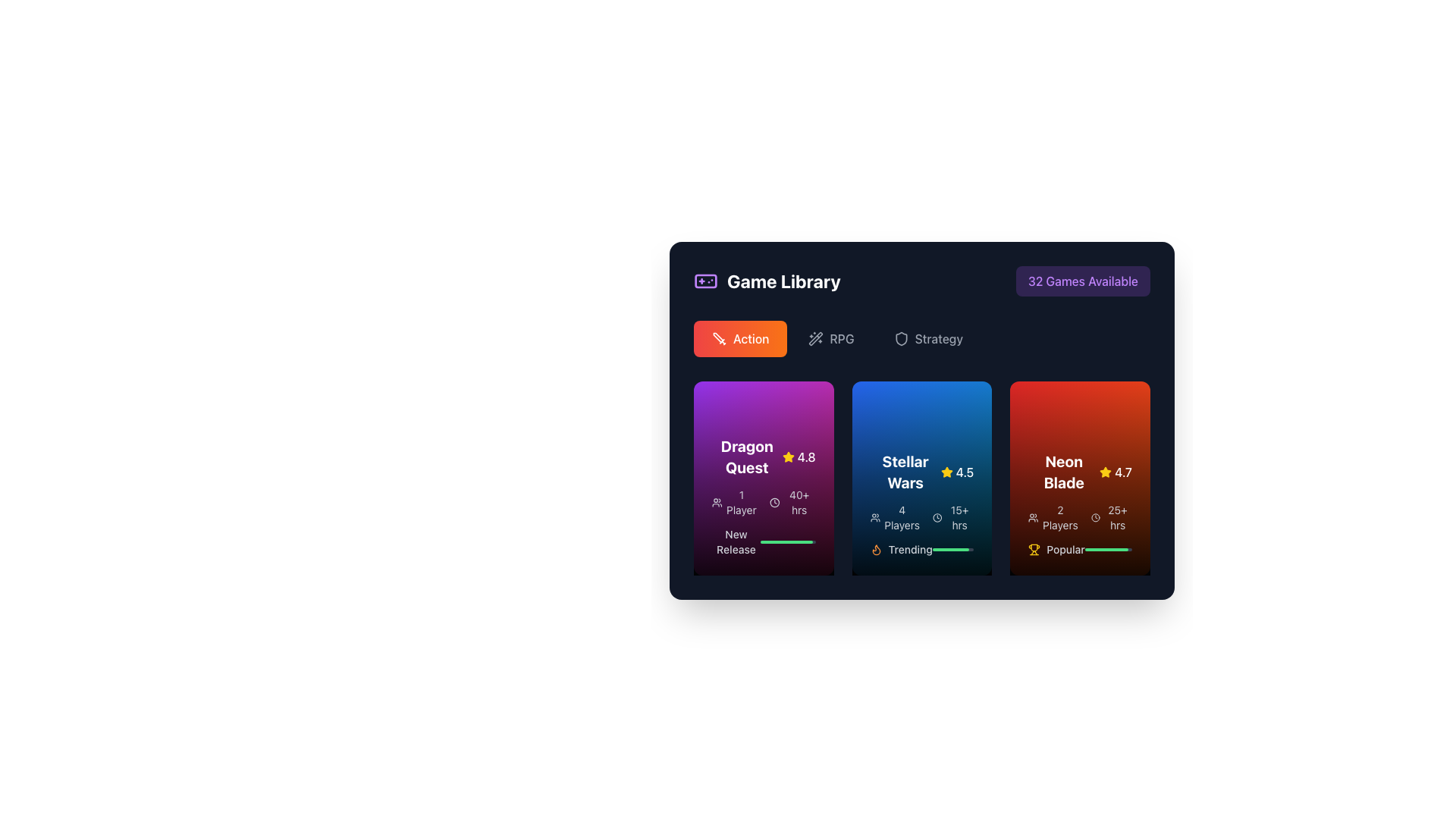 Image resolution: width=1456 pixels, height=819 pixels. Describe the element at coordinates (705, 281) in the screenshot. I see `the purple Background Rectangle that serves as the main body of the game controller icon, which has rounded corners and no visible text or icon` at that location.